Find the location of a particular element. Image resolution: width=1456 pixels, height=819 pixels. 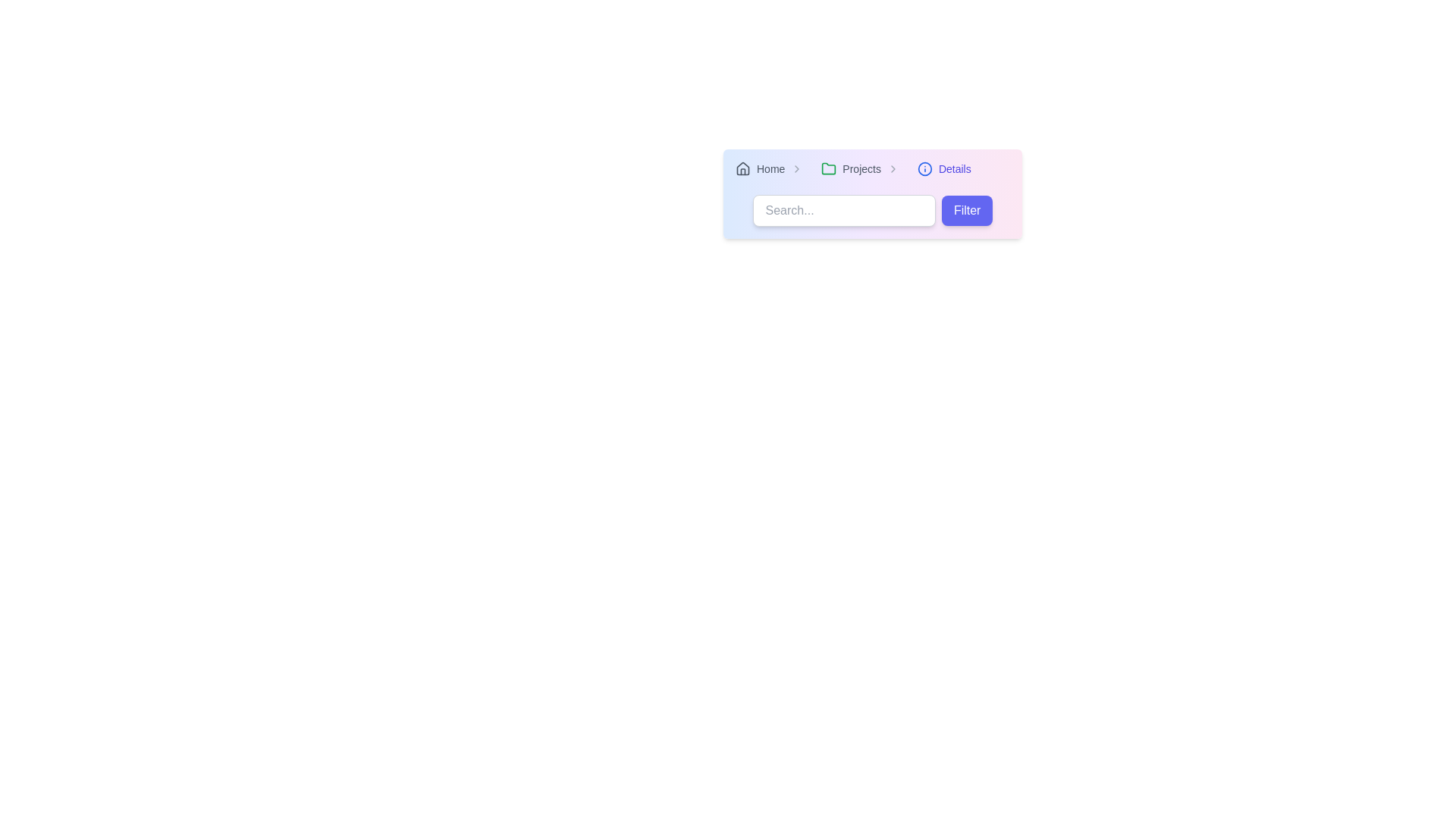

the text label displaying 'Projects' located in the breadcrumb navigation bar at the top center of the application interface is located at coordinates (861, 169).